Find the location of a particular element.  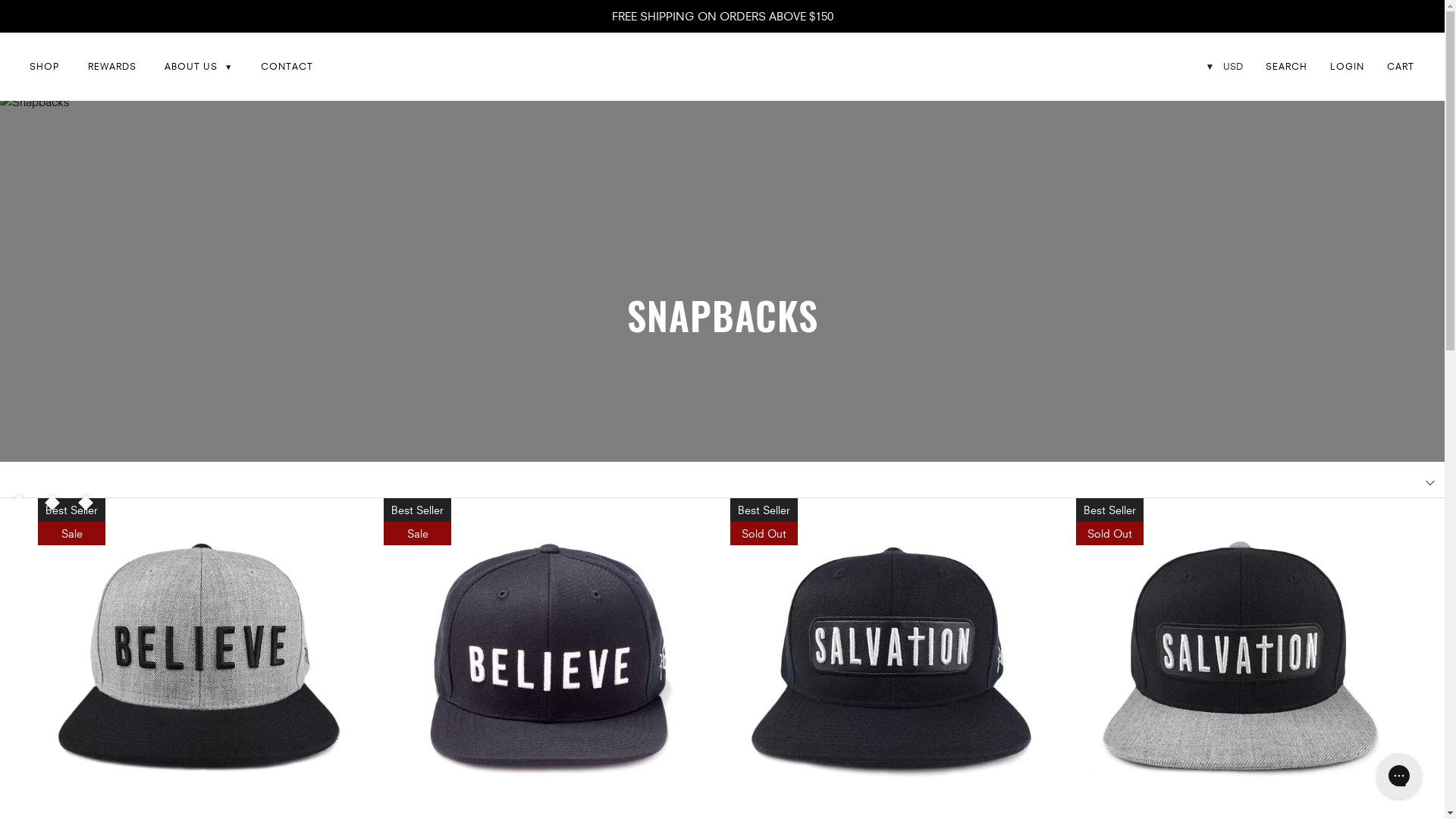

'AUD' is located at coordinates (1222, 203).